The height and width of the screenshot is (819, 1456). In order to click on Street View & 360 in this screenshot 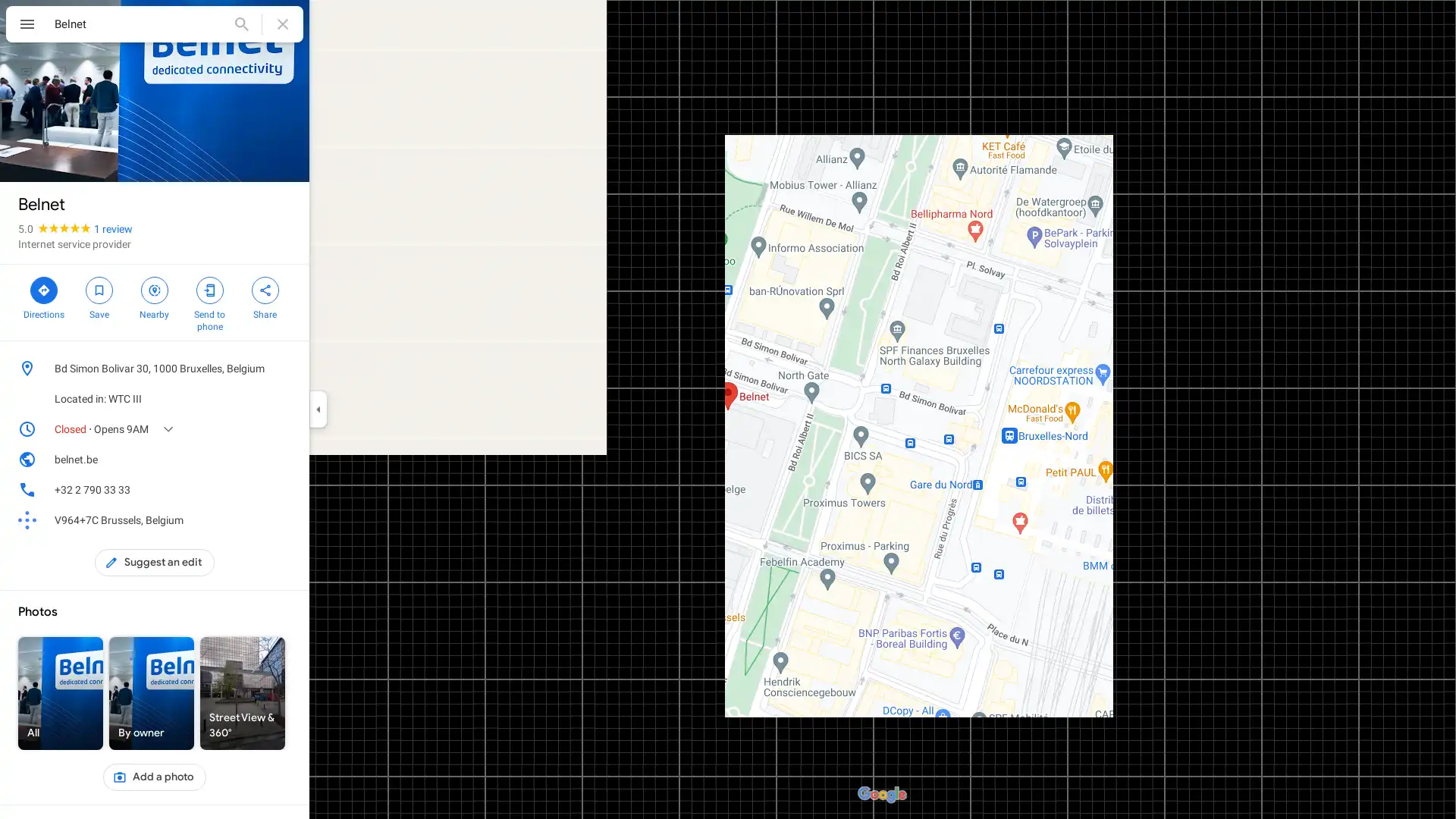, I will do `click(243, 693)`.